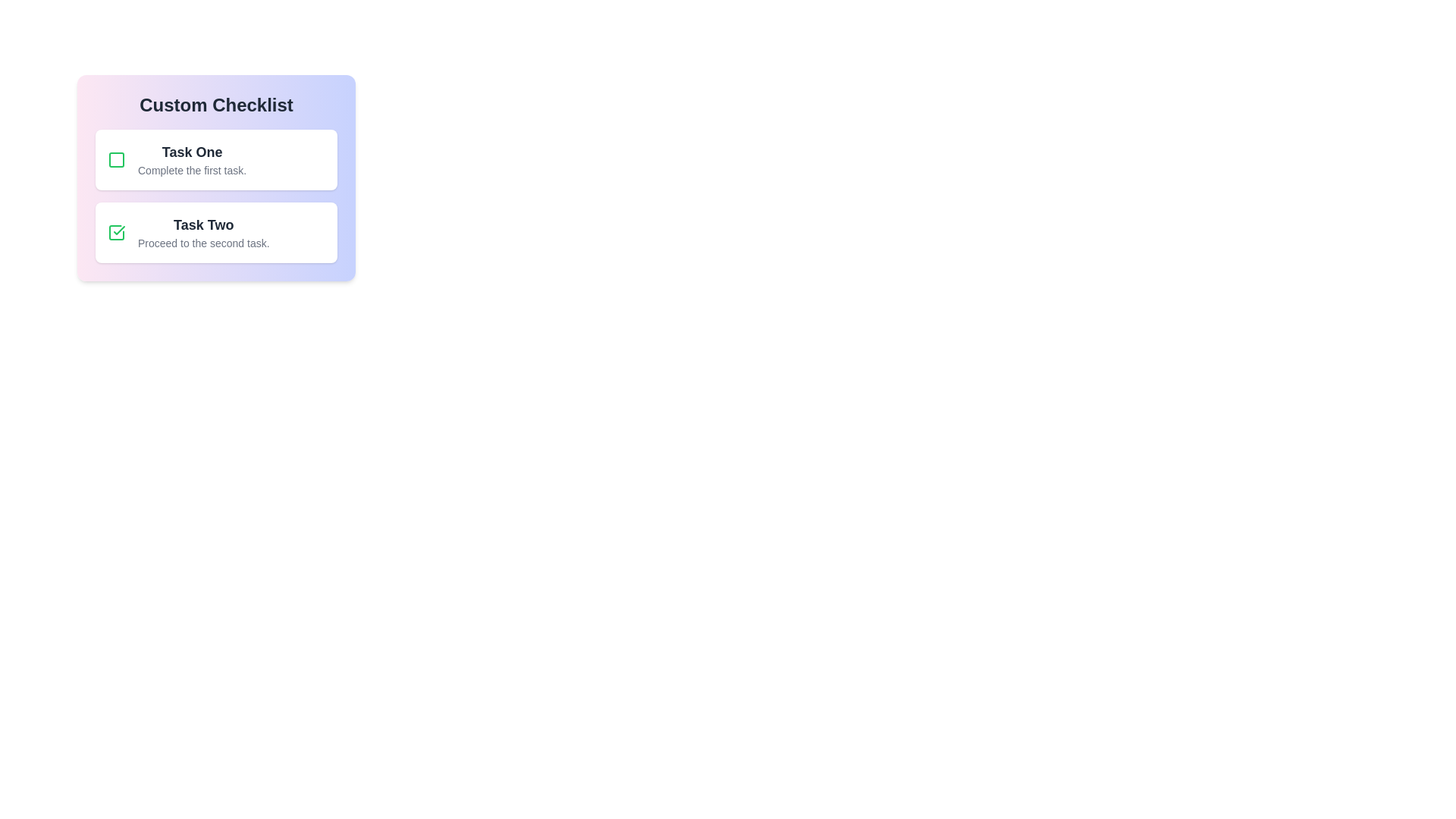 The width and height of the screenshot is (1456, 819). I want to click on the checklist task item text label with an icon that displays task-related information and a status checkmark located in the second task block of the checklist interface, so click(187, 233).